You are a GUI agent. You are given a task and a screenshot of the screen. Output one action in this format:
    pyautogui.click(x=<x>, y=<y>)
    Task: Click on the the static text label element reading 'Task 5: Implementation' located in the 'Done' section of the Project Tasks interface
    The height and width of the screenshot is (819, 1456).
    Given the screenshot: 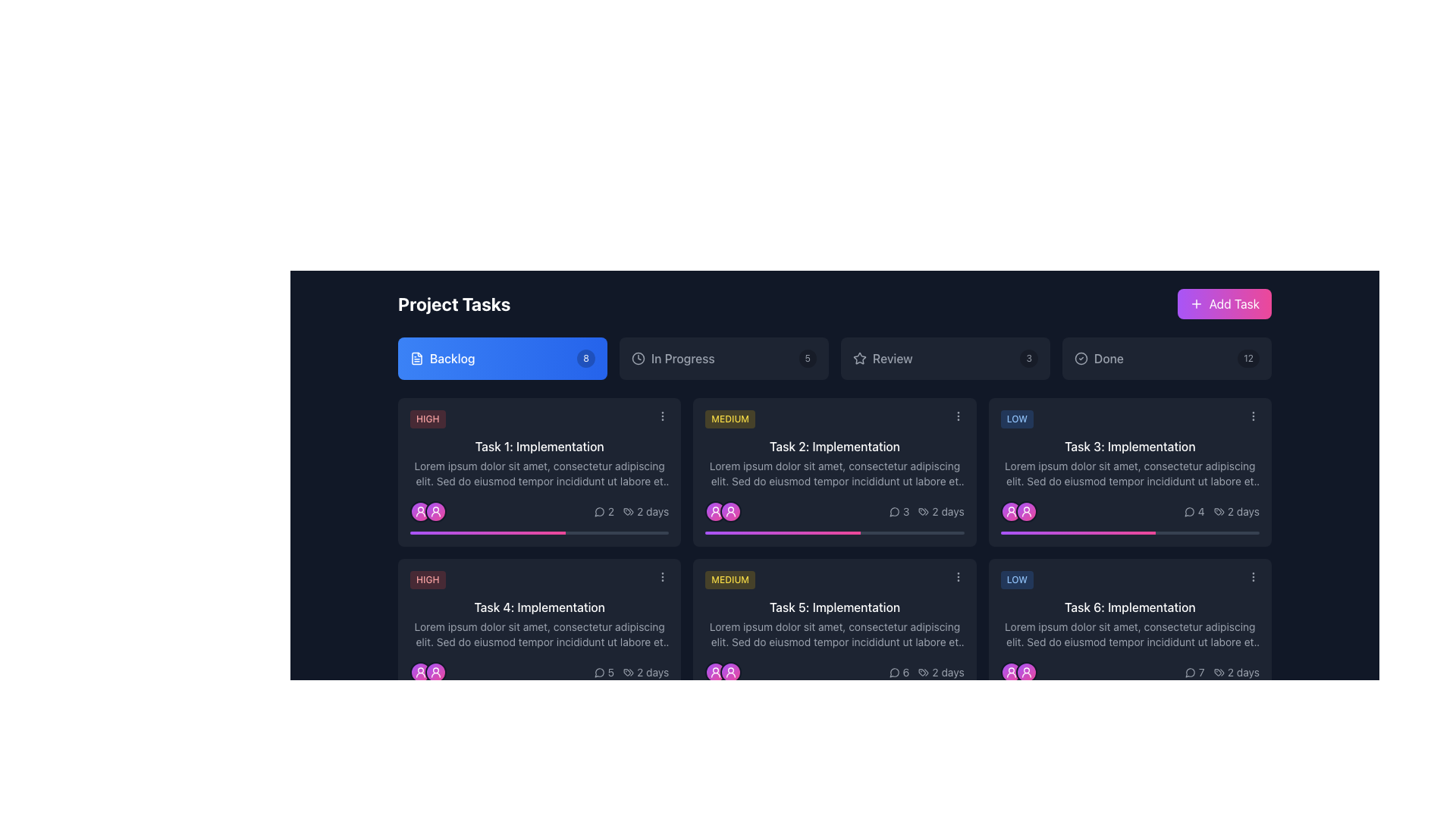 What is the action you would take?
    pyautogui.click(x=833, y=607)
    